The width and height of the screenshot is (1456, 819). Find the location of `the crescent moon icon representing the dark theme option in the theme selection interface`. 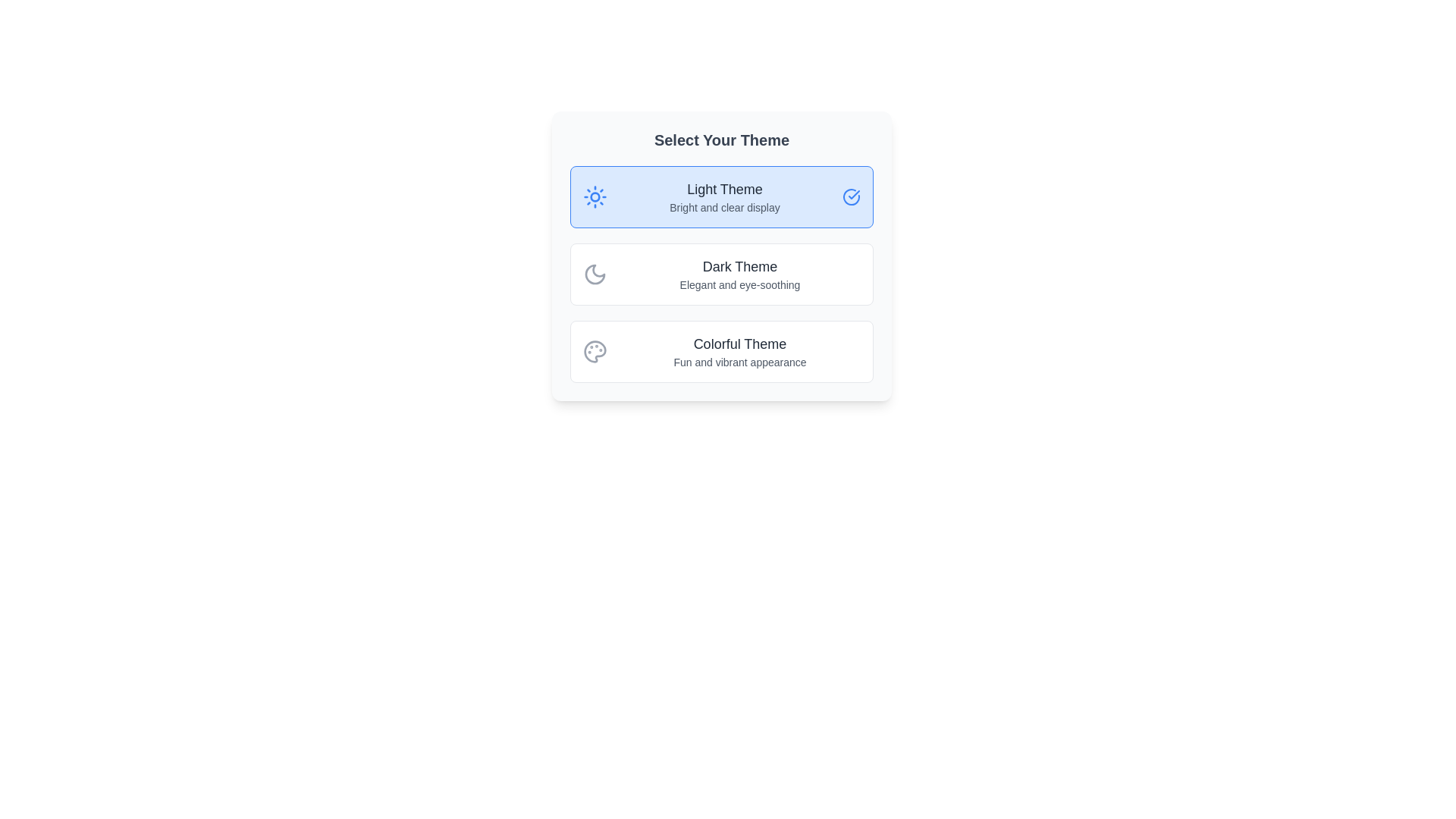

the crescent moon icon representing the dark theme option in the theme selection interface is located at coordinates (595, 275).